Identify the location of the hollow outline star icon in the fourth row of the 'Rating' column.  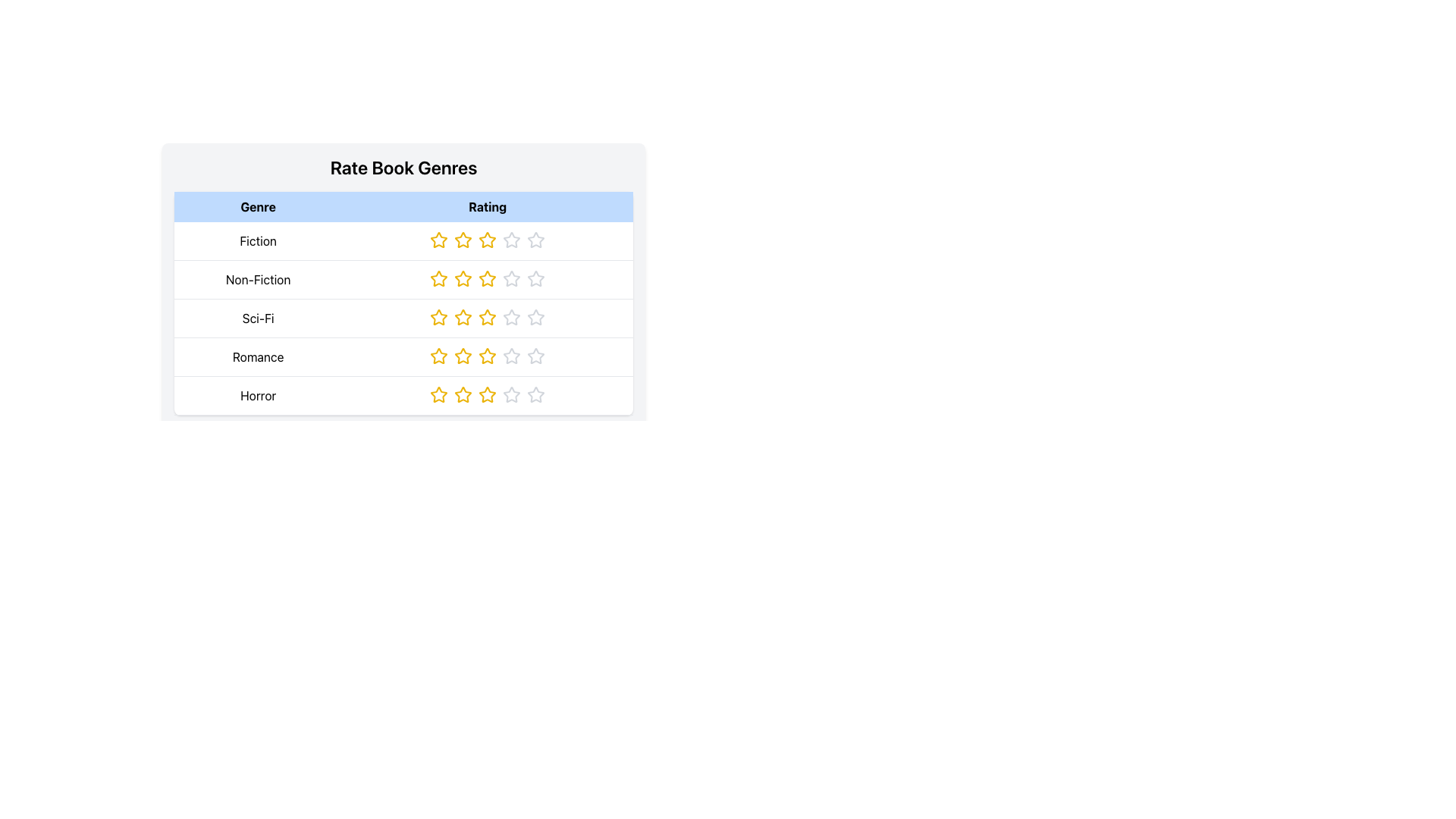
(536, 356).